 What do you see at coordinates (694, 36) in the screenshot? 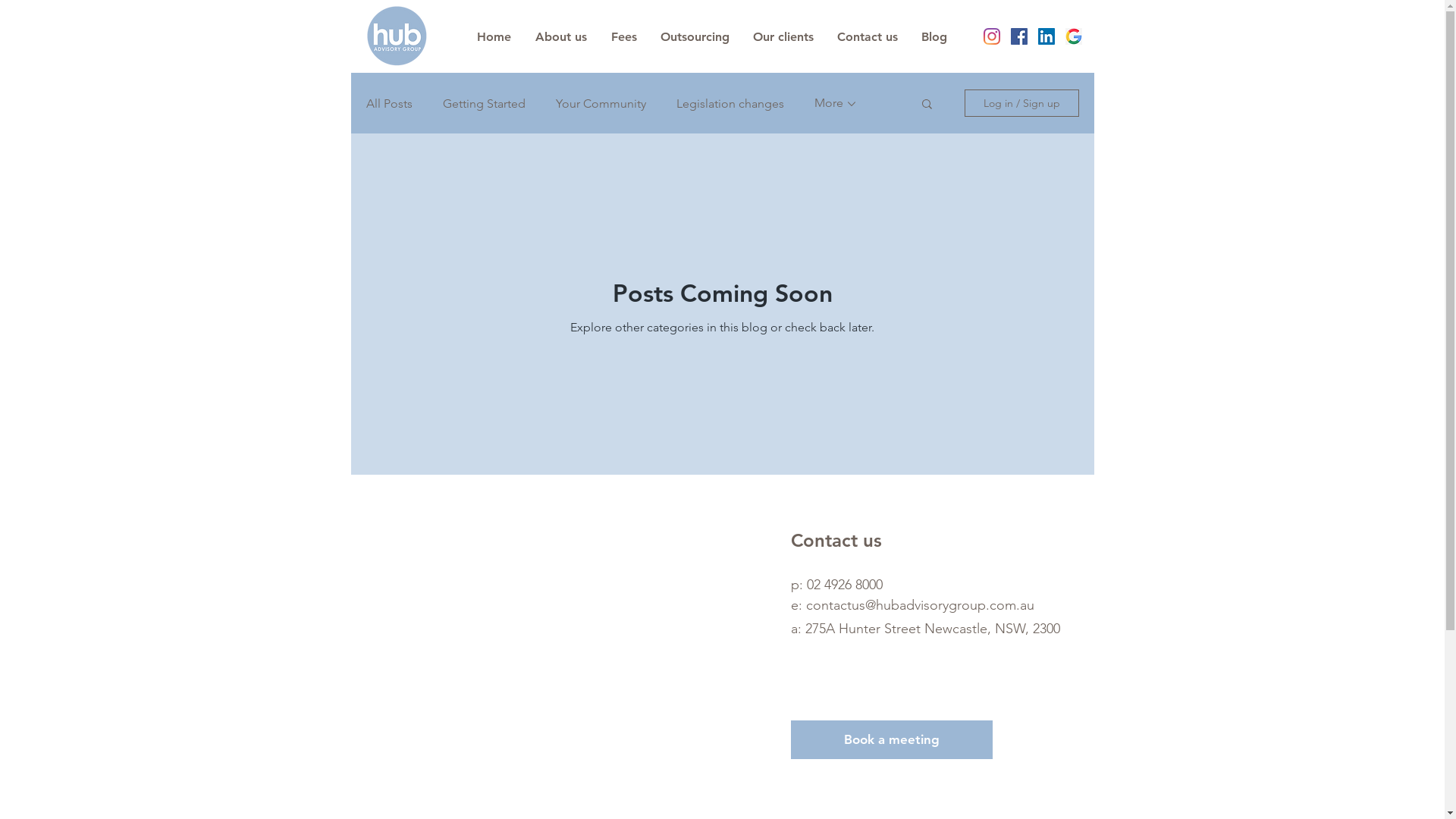
I see `'Outsourcing'` at bounding box center [694, 36].